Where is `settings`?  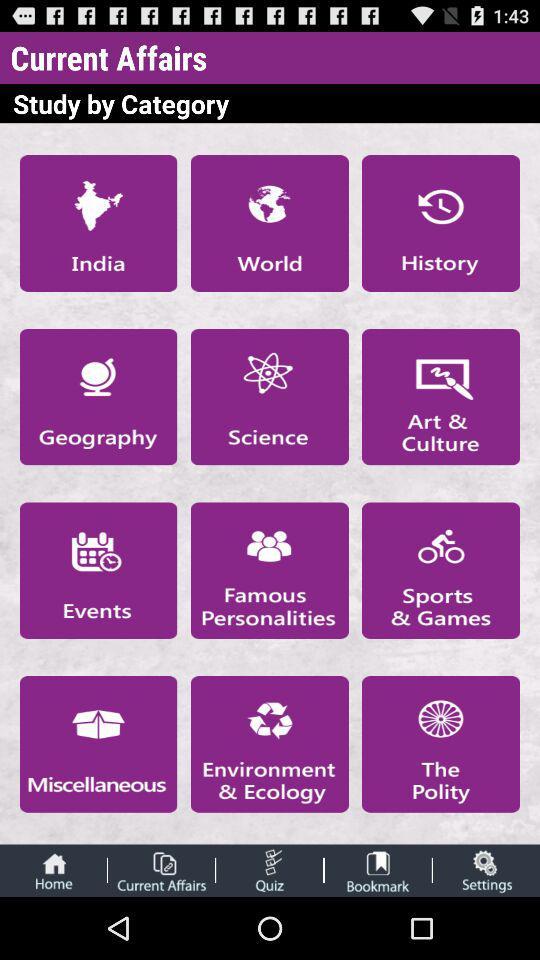
settings is located at coordinates (485, 869).